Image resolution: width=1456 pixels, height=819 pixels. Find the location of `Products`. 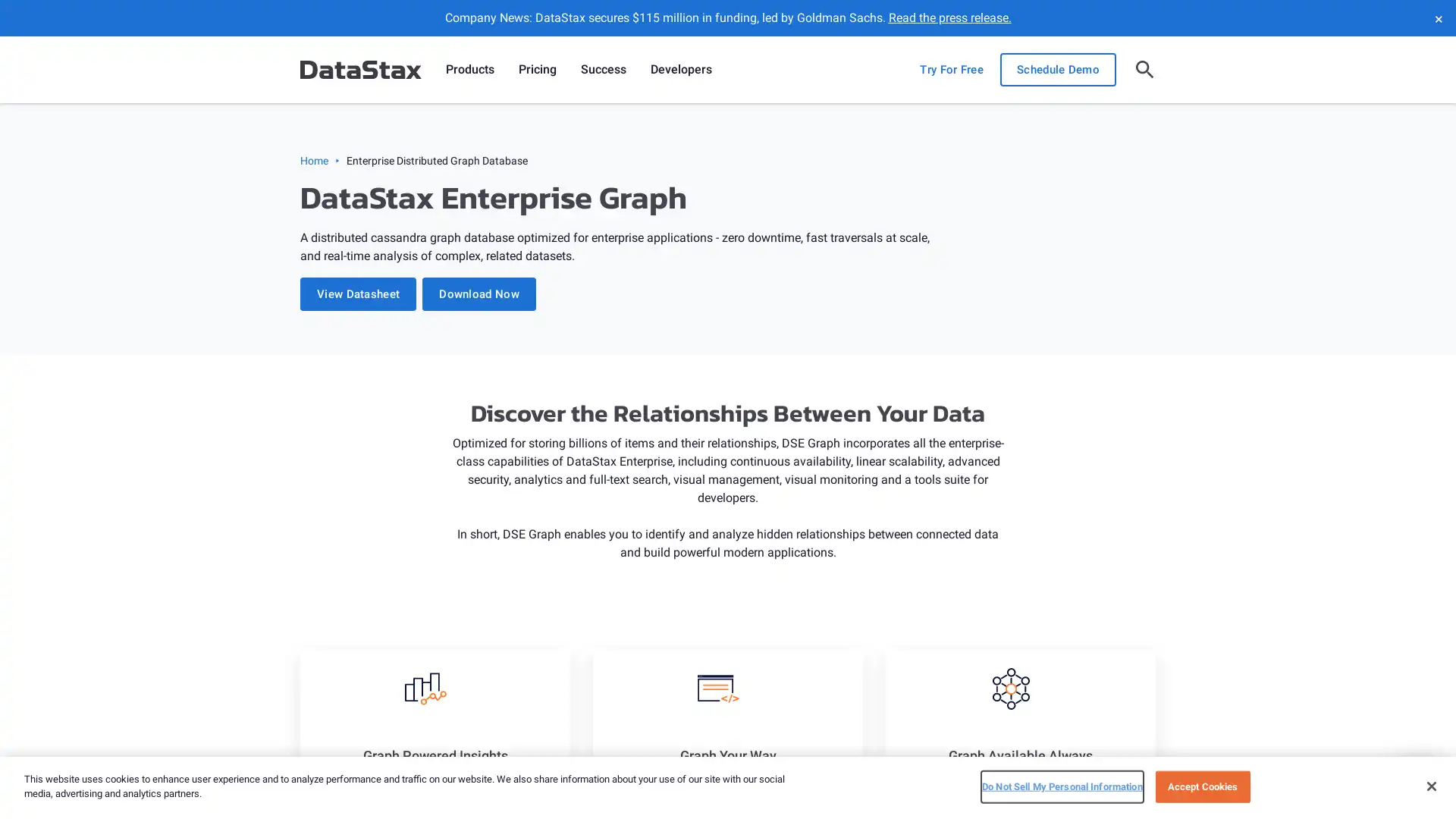

Products is located at coordinates (469, 70).